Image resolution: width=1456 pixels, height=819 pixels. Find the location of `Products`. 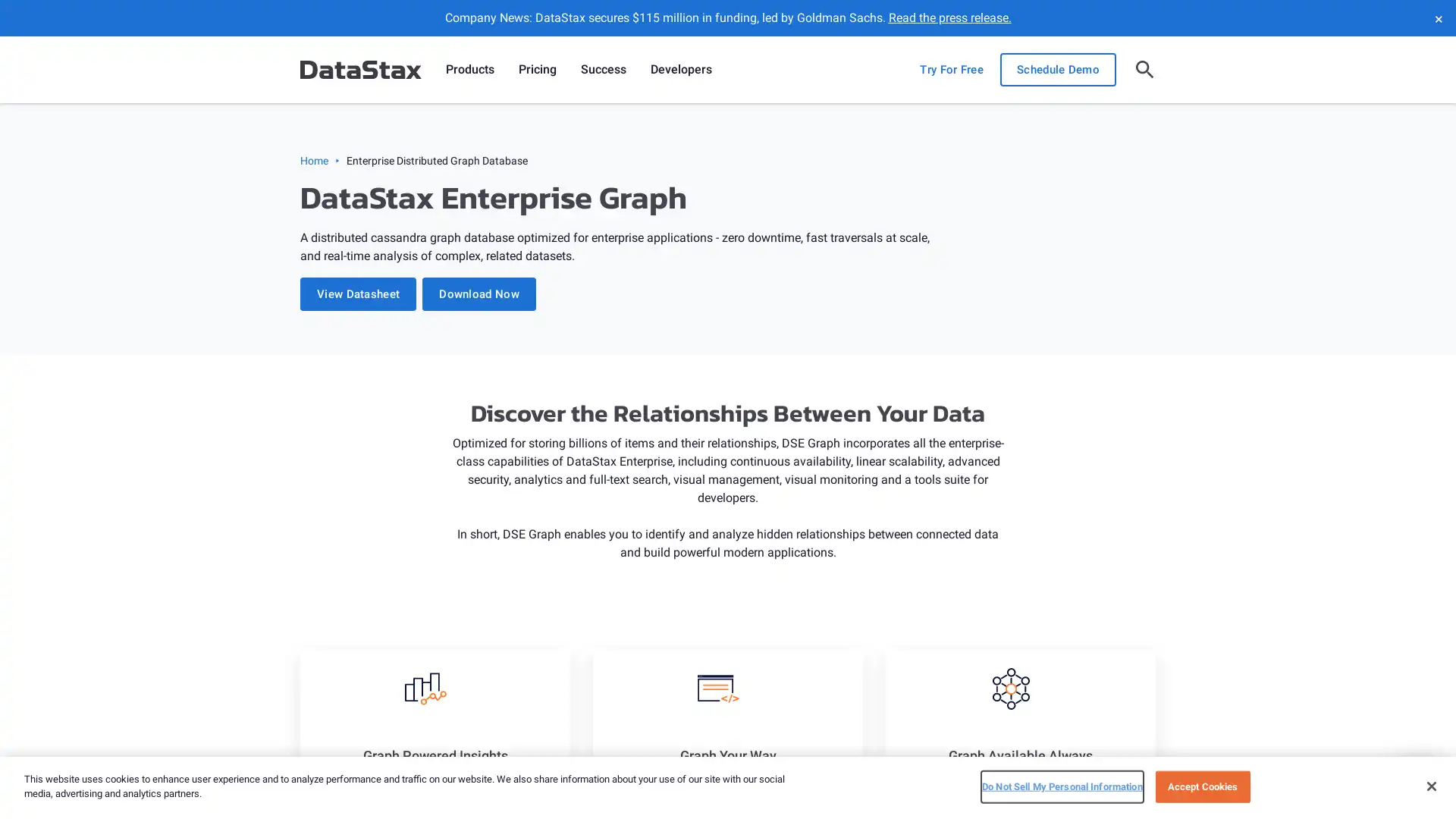

Products is located at coordinates (469, 70).